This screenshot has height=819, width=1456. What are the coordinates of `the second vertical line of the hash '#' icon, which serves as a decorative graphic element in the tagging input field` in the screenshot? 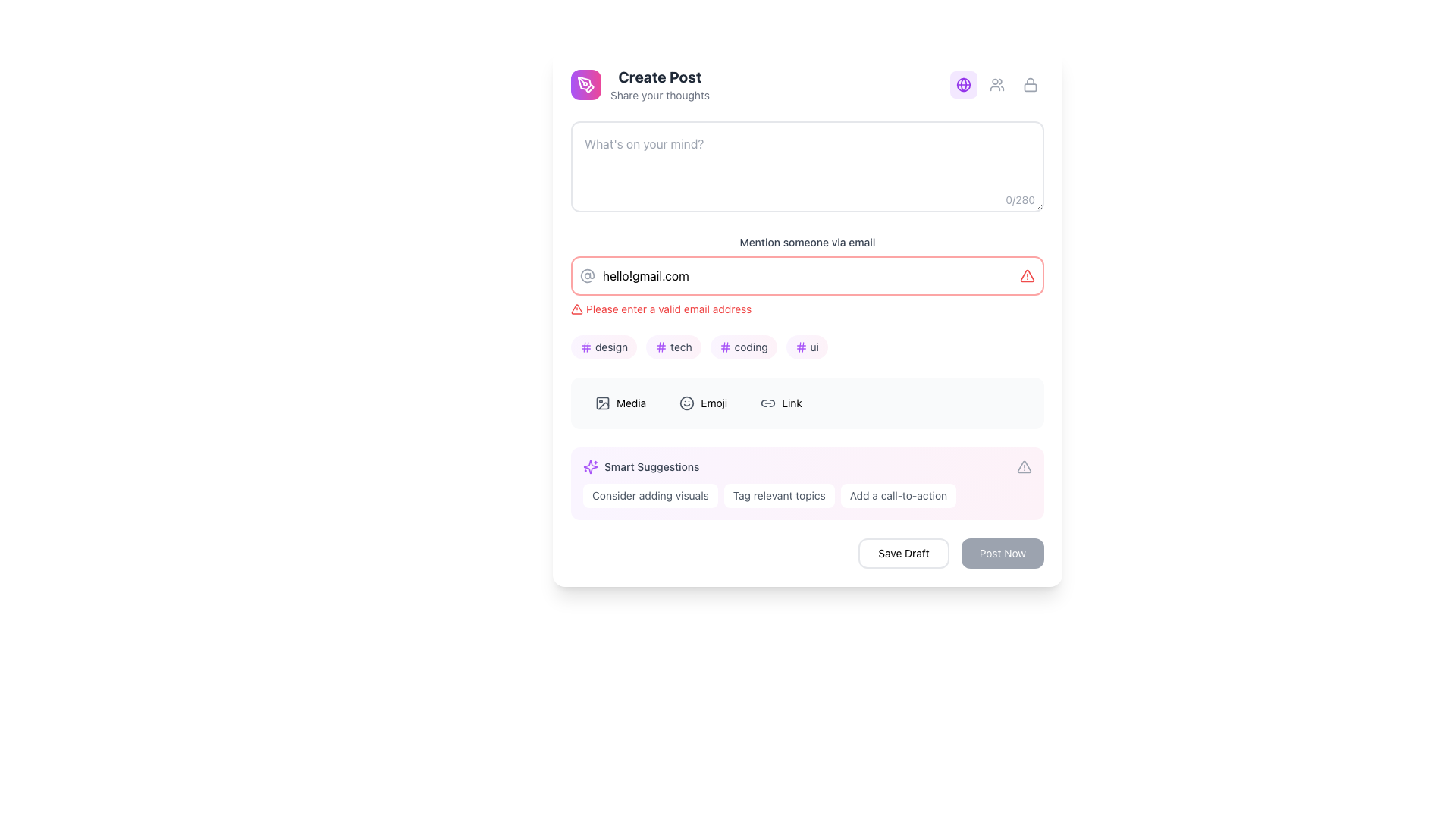 It's located at (802, 347).